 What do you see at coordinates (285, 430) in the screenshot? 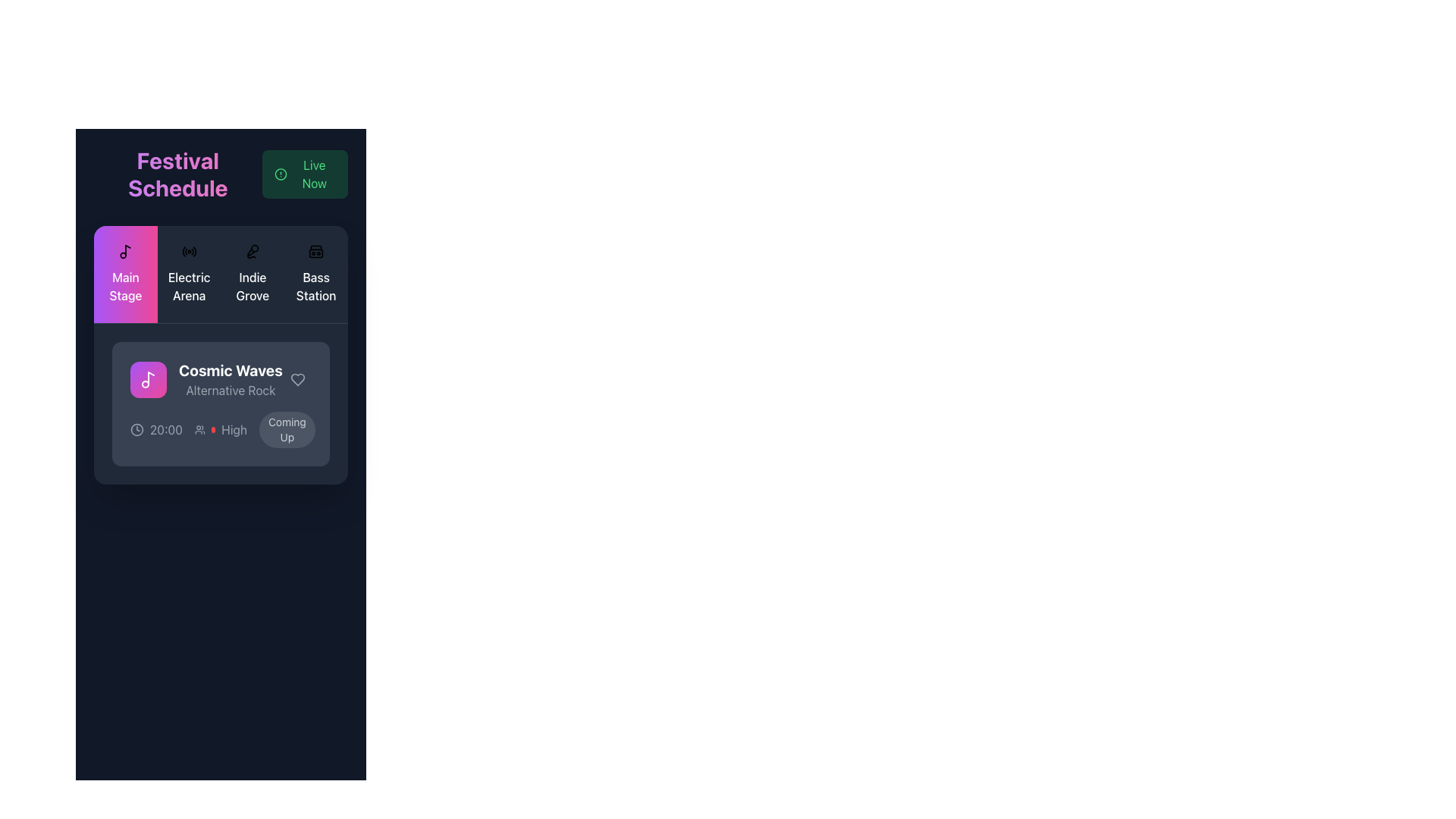
I see `text description of the label located in the last column of the card-like section under the 'Main Stage' tab, positioned below the '20:00' label and to the right of the 'High' badge` at bounding box center [285, 430].